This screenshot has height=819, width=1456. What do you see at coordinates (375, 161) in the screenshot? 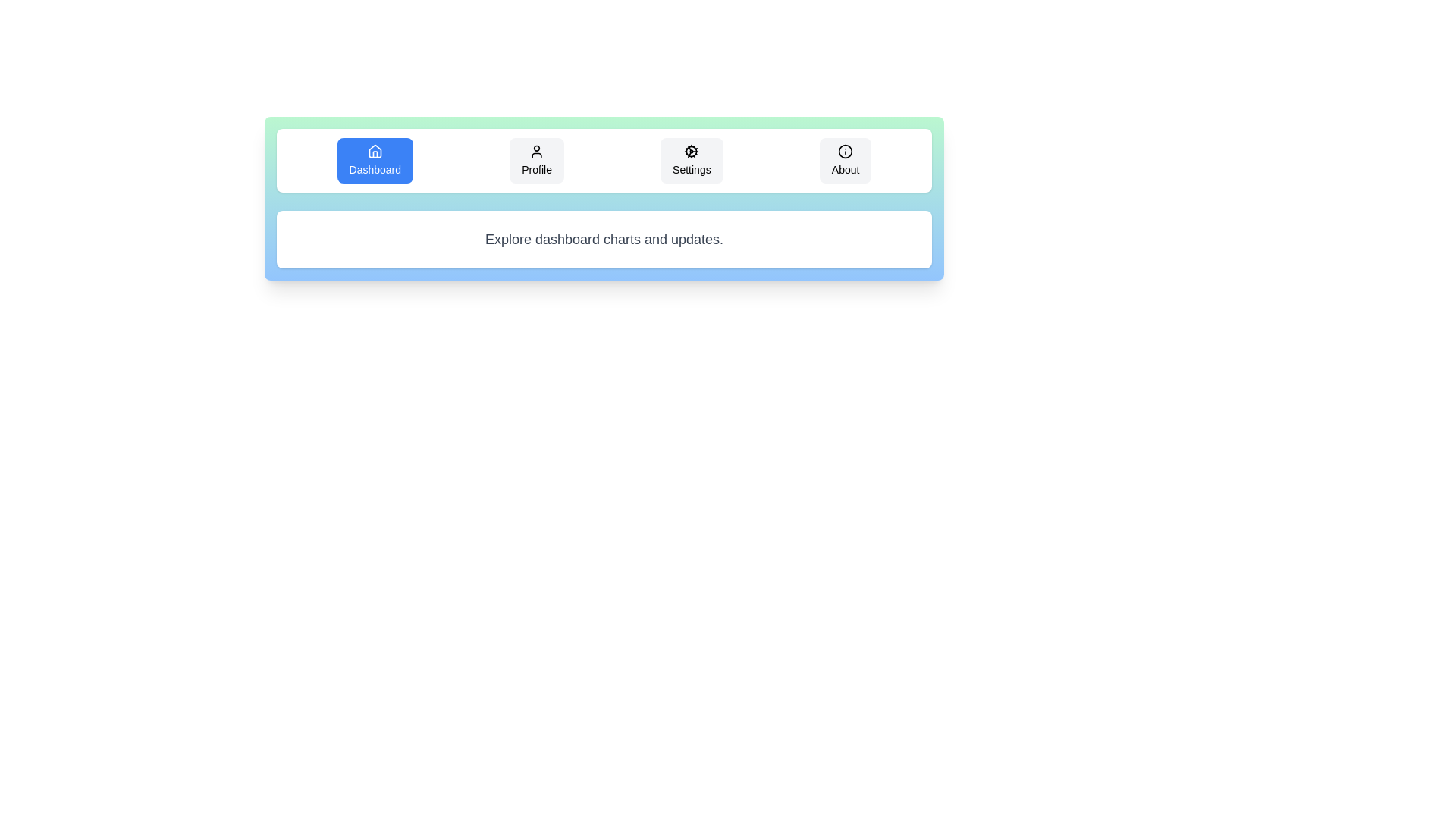
I see `the tab labeled Dashboard` at bounding box center [375, 161].